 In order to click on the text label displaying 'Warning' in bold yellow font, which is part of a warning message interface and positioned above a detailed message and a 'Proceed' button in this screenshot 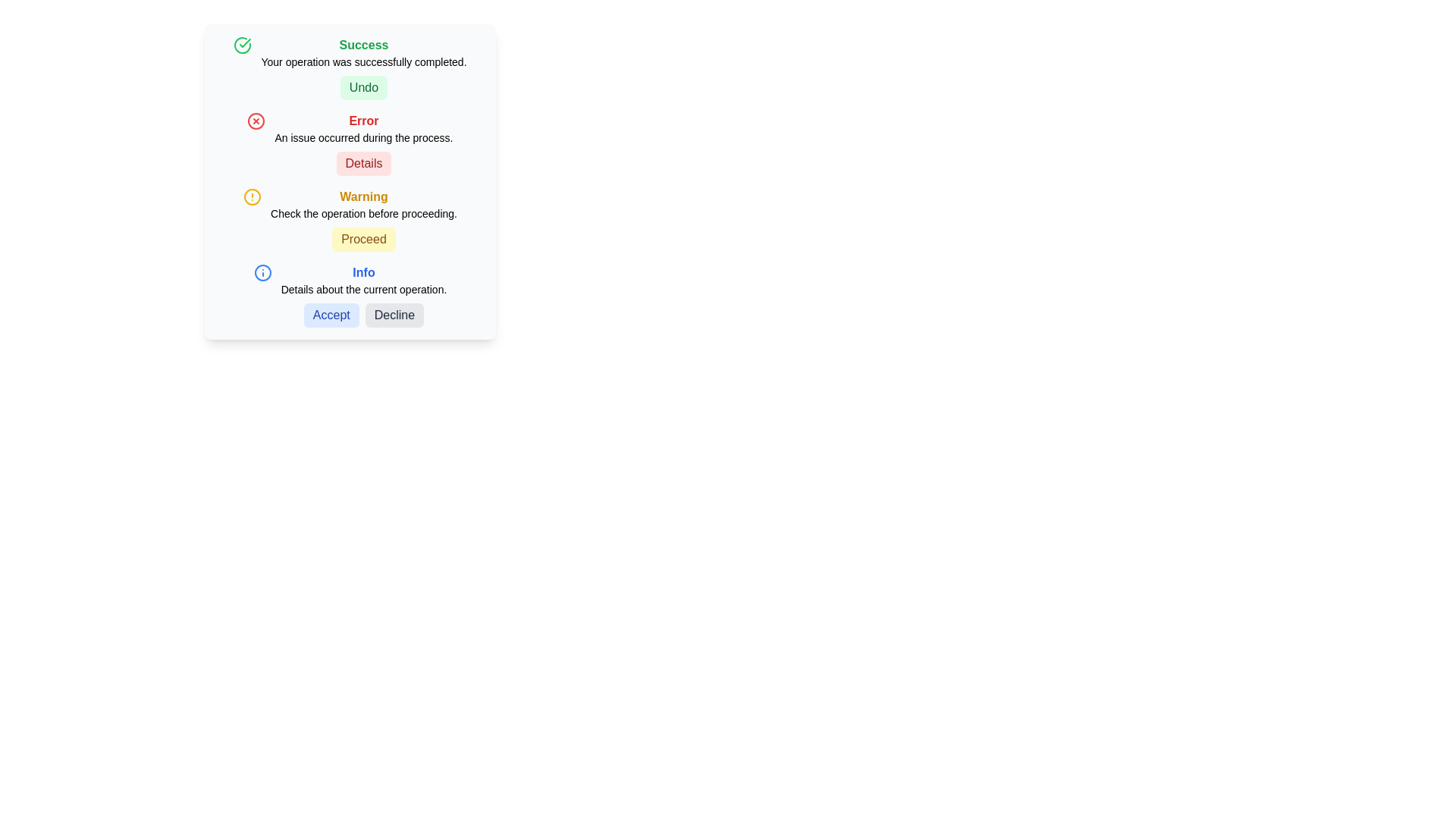, I will do `click(364, 196)`.